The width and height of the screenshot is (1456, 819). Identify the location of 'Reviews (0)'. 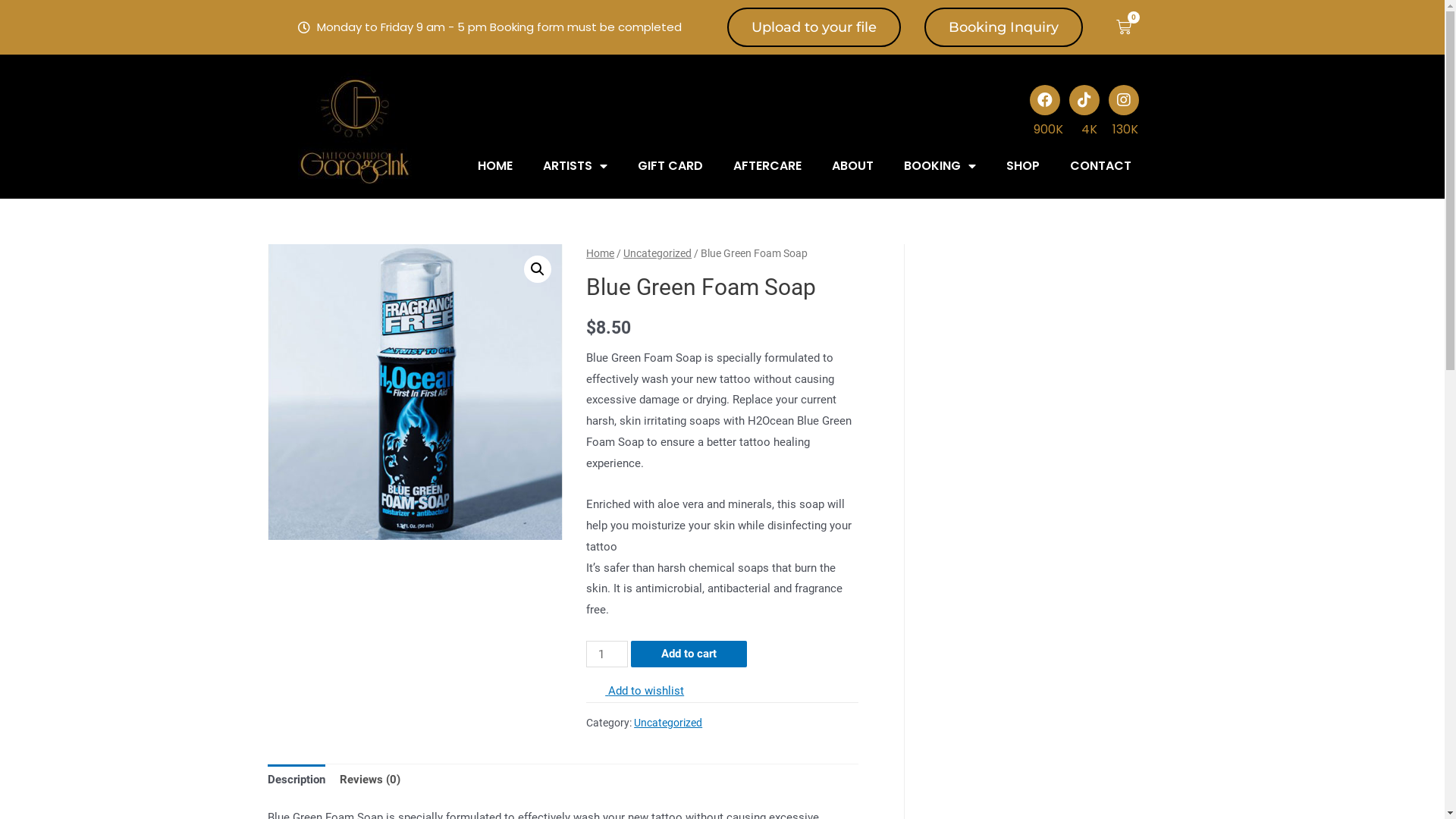
(370, 780).